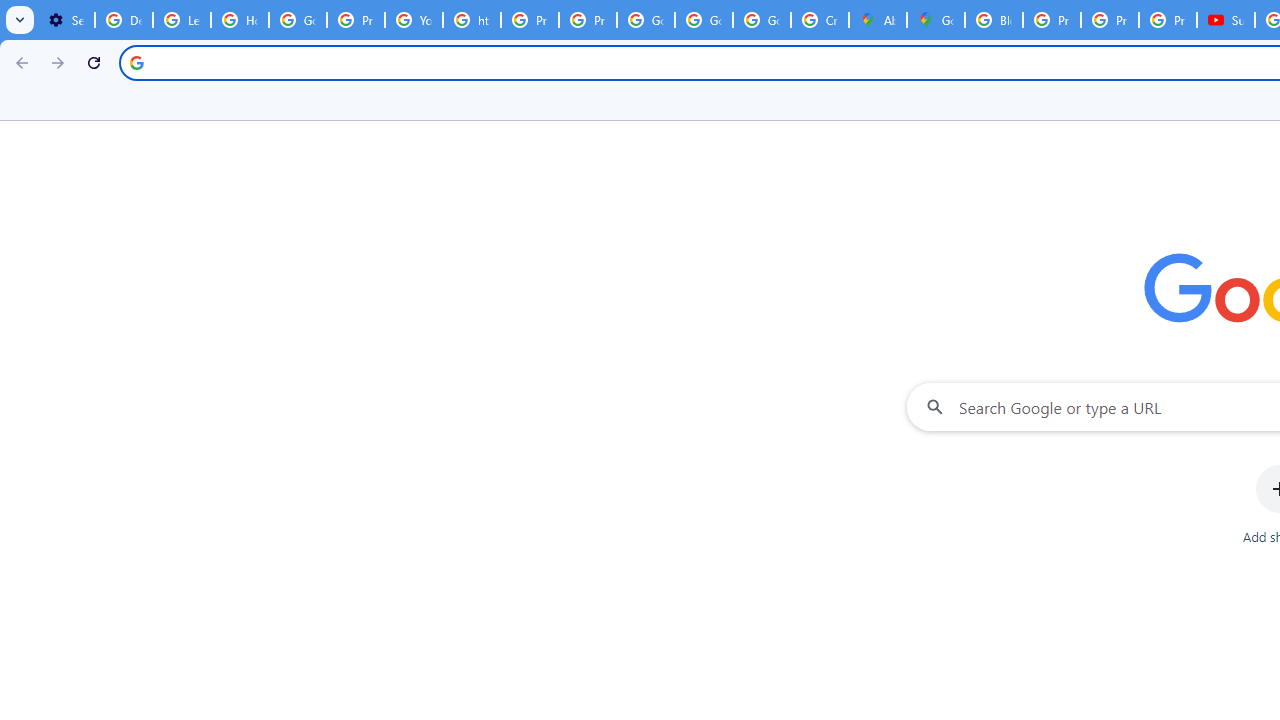  Describe the element at coordinates (993, 20) in the screenshot. I see `'Blogger Policies and Guidelines - Transparency Center'` at that location.